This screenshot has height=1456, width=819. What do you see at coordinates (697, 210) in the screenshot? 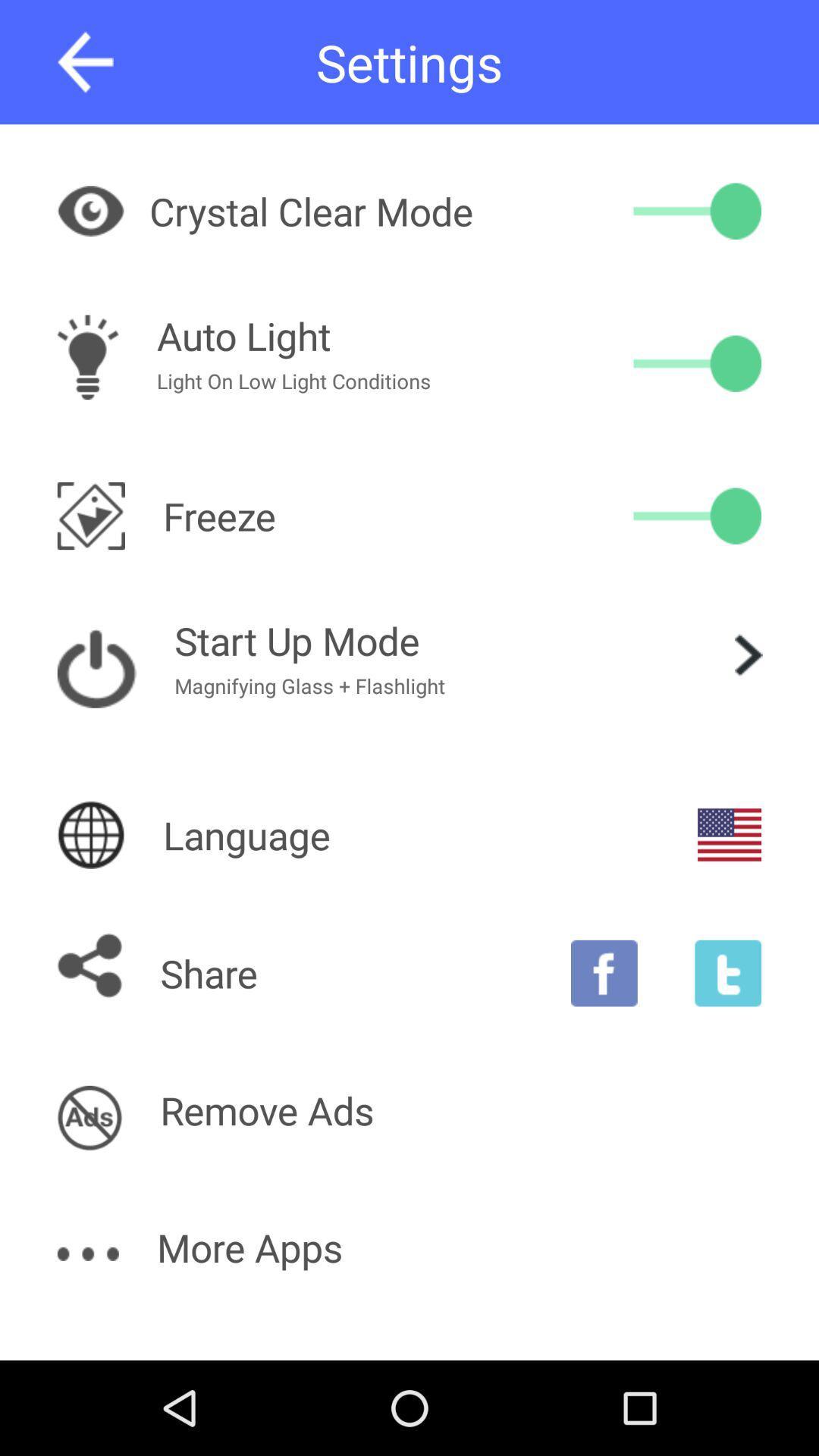
I see `crystal clear mode` at bounding box center [697, 210].